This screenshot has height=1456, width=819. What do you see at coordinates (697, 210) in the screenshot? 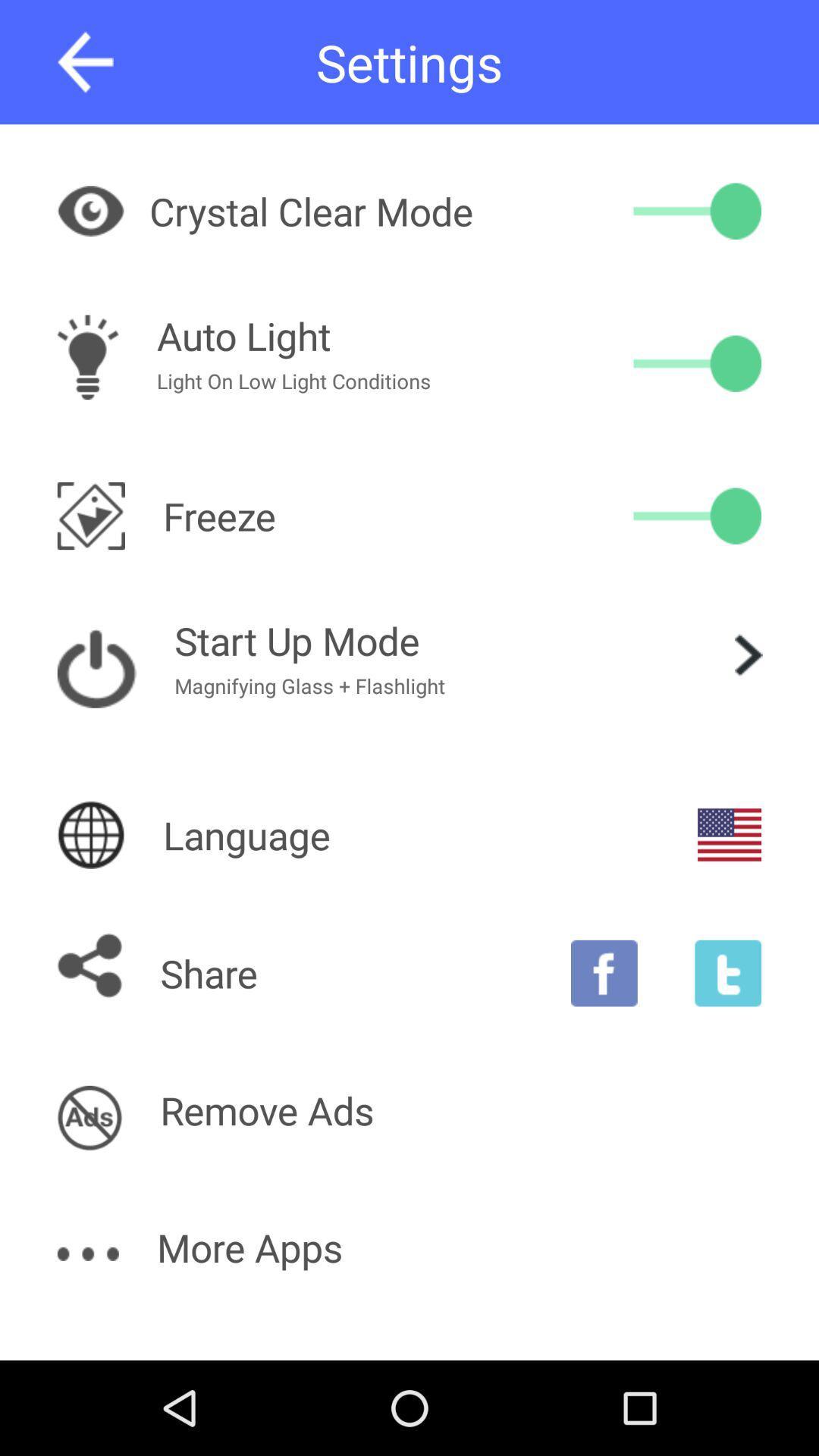
I see `crystal clear mode` at bounding box center [697, 210].